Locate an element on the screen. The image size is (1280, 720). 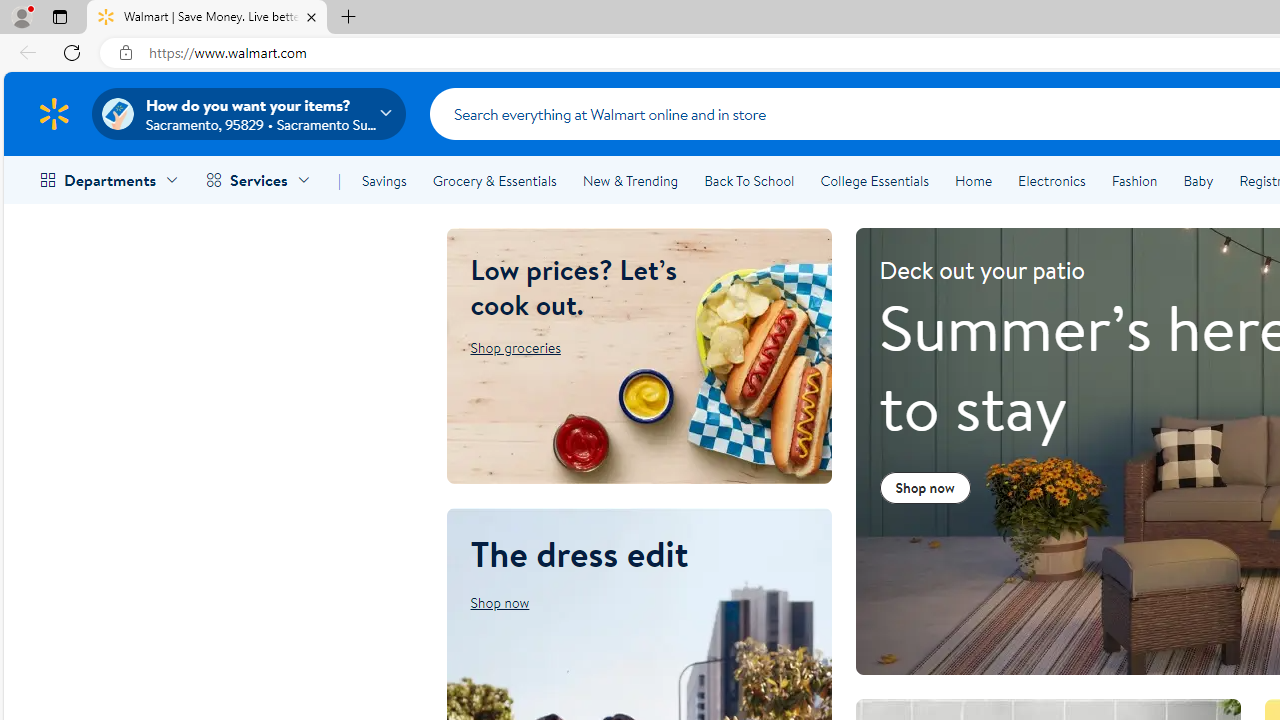
'Electronics' is located at coordinates (1050, 181).